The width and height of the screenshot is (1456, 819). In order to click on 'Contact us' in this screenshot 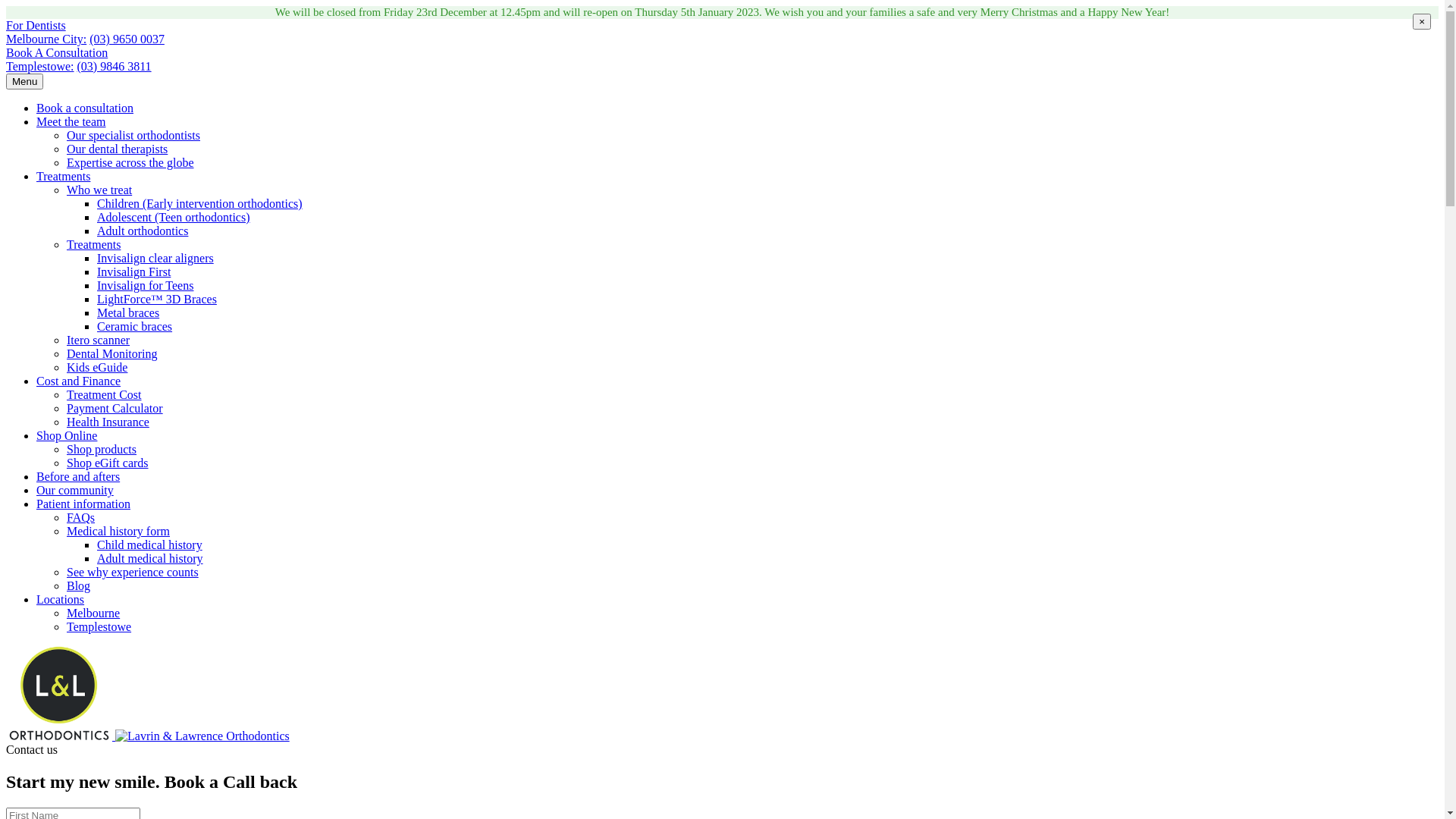, I will do `click(32, 748)`.